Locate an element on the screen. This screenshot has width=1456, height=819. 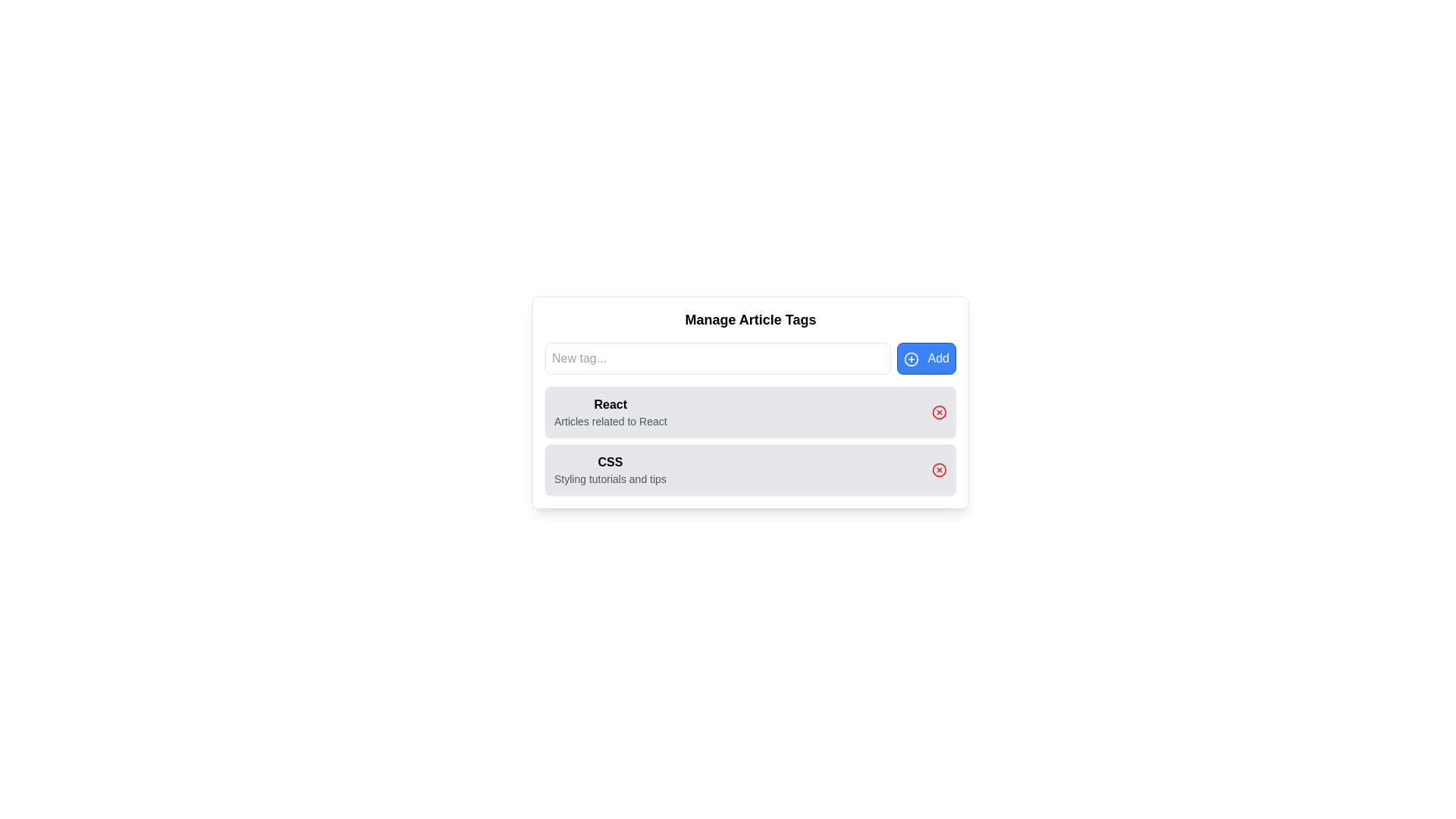
text label that identifies the tag 'React', which is positioned near the top-center of the first item in the list of tags, just below the input field labeled 'New tag...' is located at coordinates (610, 403).